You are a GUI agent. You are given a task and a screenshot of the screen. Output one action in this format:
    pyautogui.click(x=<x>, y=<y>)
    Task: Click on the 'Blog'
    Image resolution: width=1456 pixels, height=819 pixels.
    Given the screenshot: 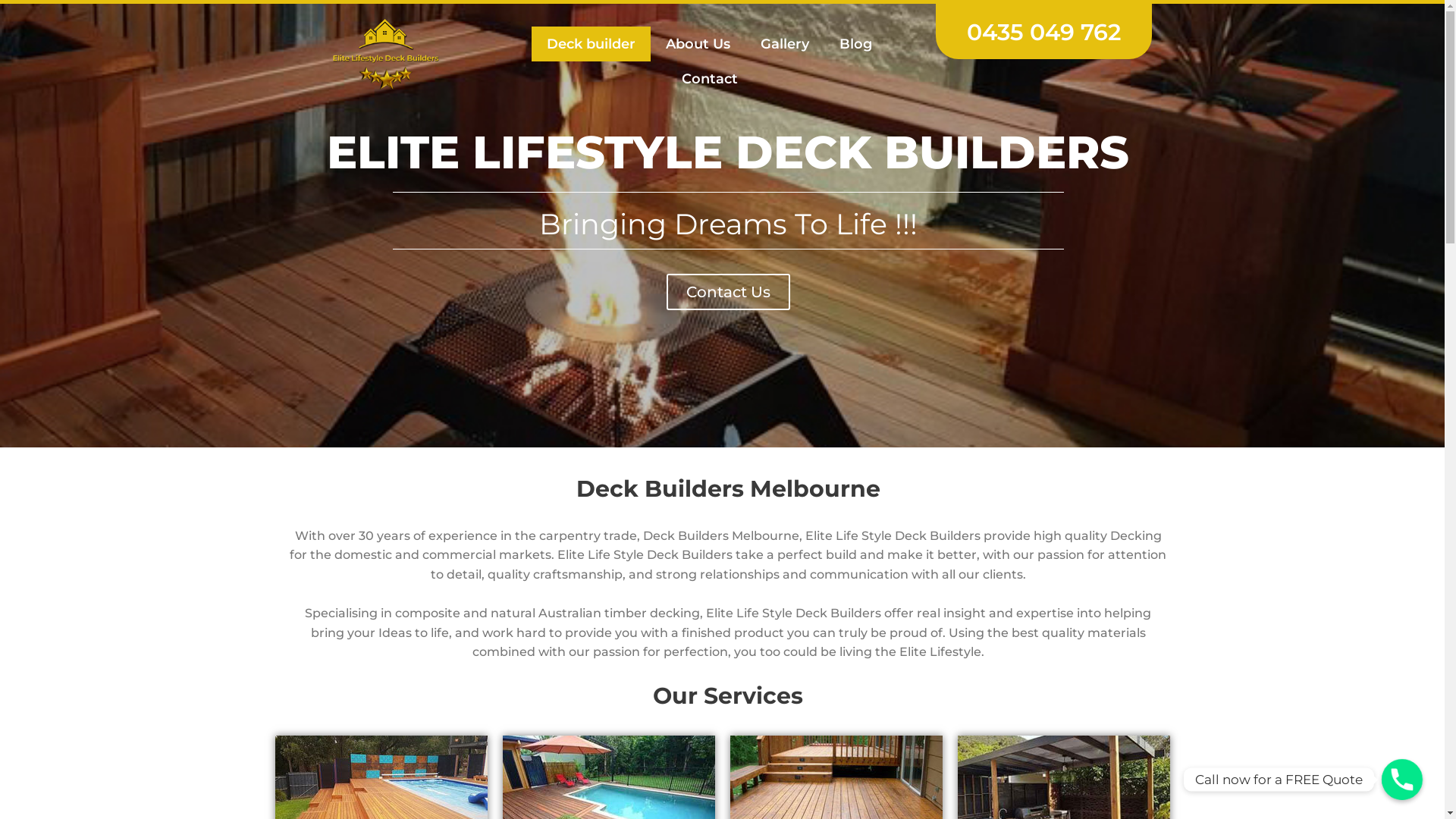 What is the action you would take?
    pyautogui.click(x=855, y=42)
    